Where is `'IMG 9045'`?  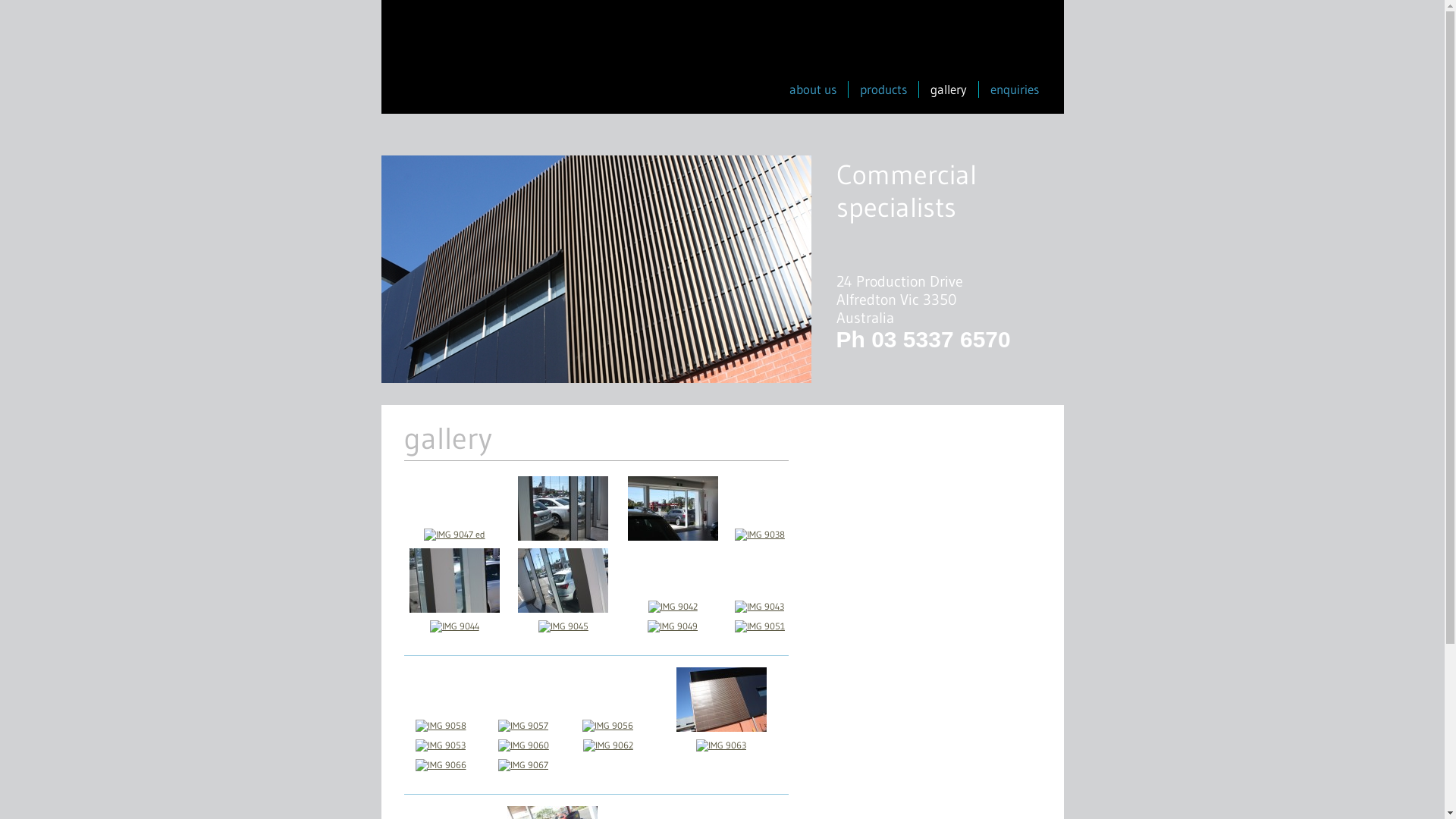
'IMG 9045' is located at coordinates (563, 626).